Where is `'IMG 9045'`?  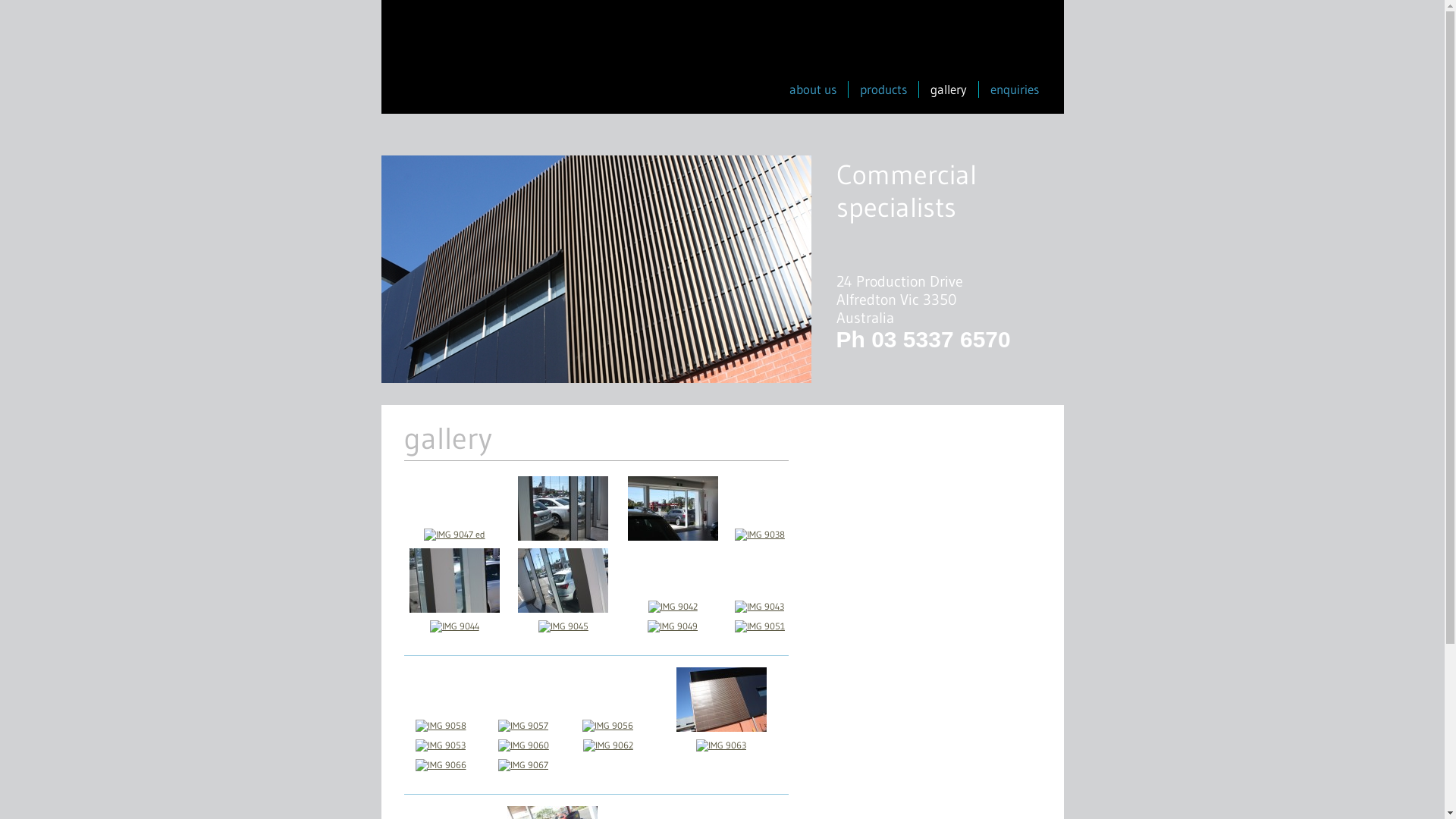
'IMG 9045' is located at coordinates (563, 626).